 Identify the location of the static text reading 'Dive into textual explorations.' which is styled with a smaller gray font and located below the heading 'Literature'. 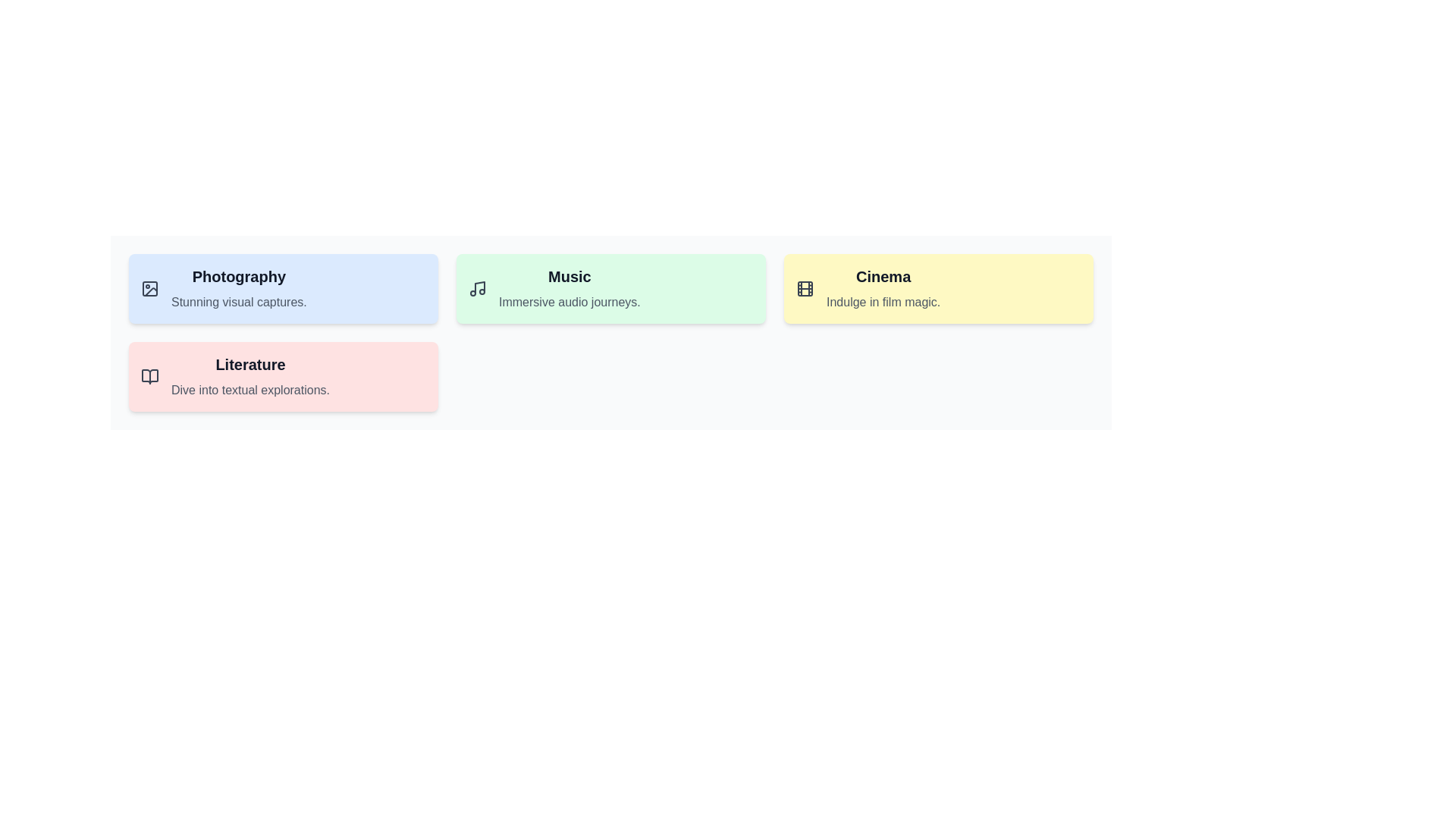
(250, 390).